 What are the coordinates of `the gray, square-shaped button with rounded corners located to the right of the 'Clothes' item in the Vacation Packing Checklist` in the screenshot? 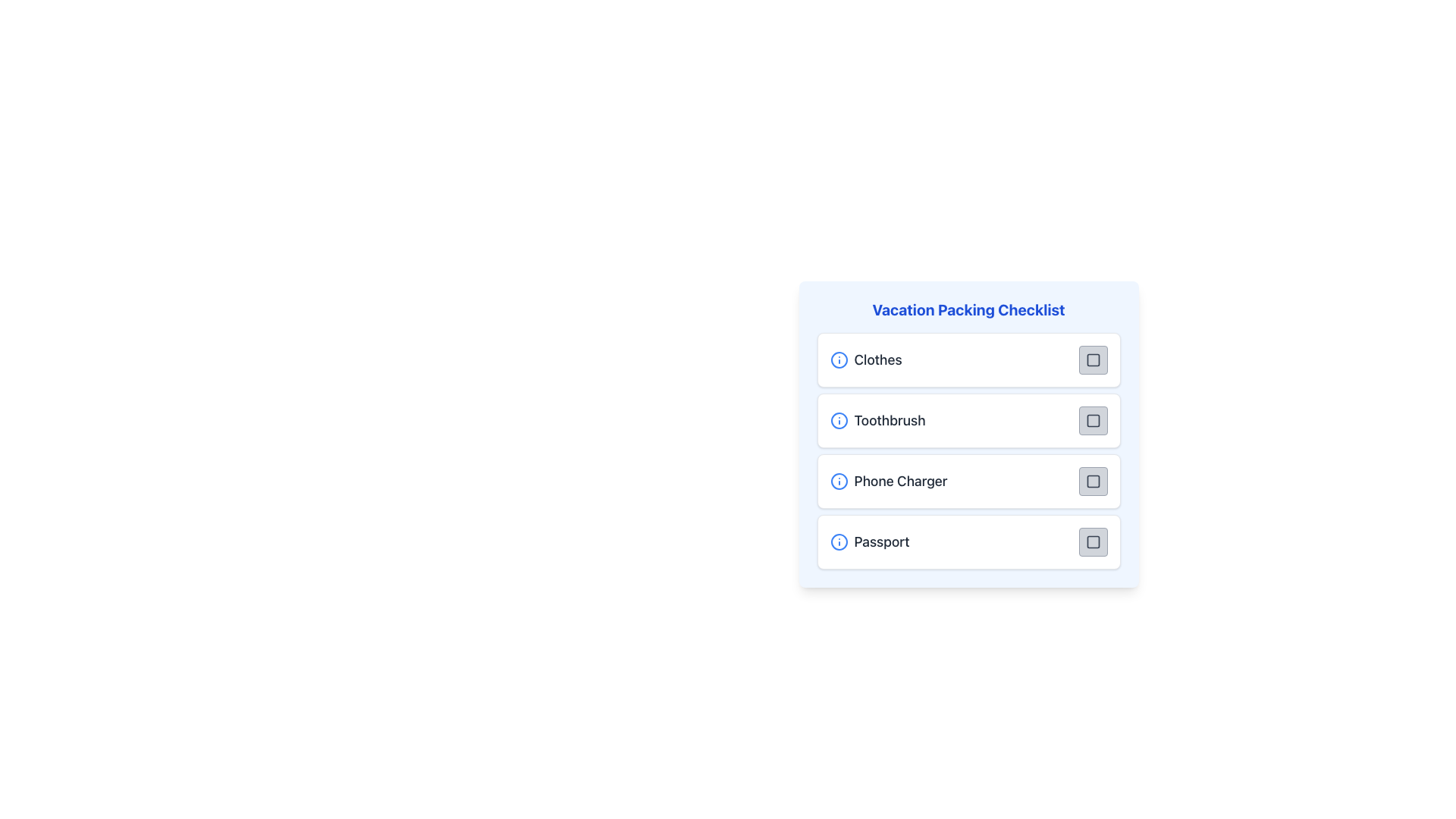 It's located at (1093, 359).